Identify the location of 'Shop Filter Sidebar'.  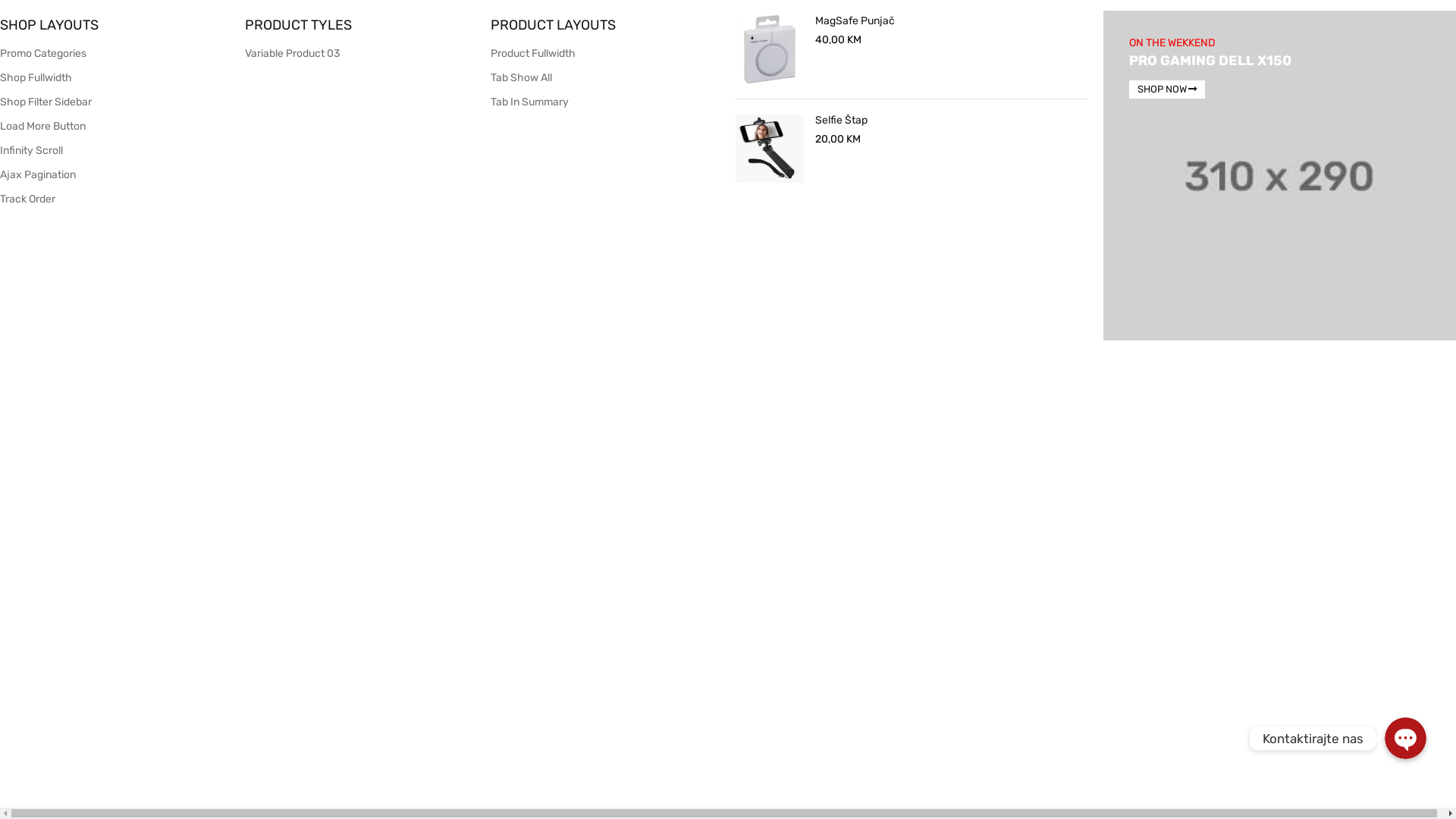
(45, 102).